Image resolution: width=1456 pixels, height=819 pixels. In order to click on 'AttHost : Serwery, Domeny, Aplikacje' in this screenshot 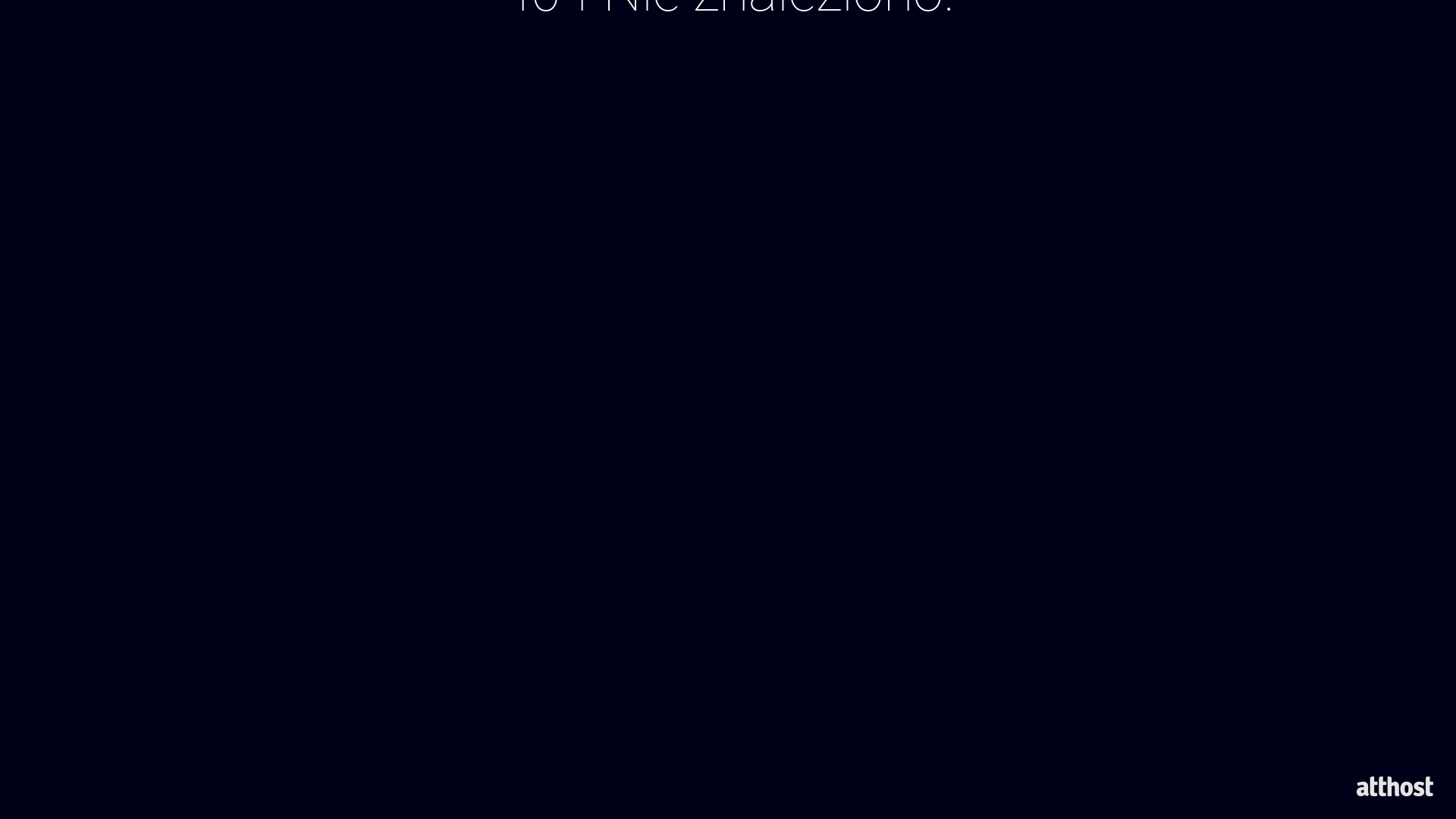, I will do `click(1395, 786)`.